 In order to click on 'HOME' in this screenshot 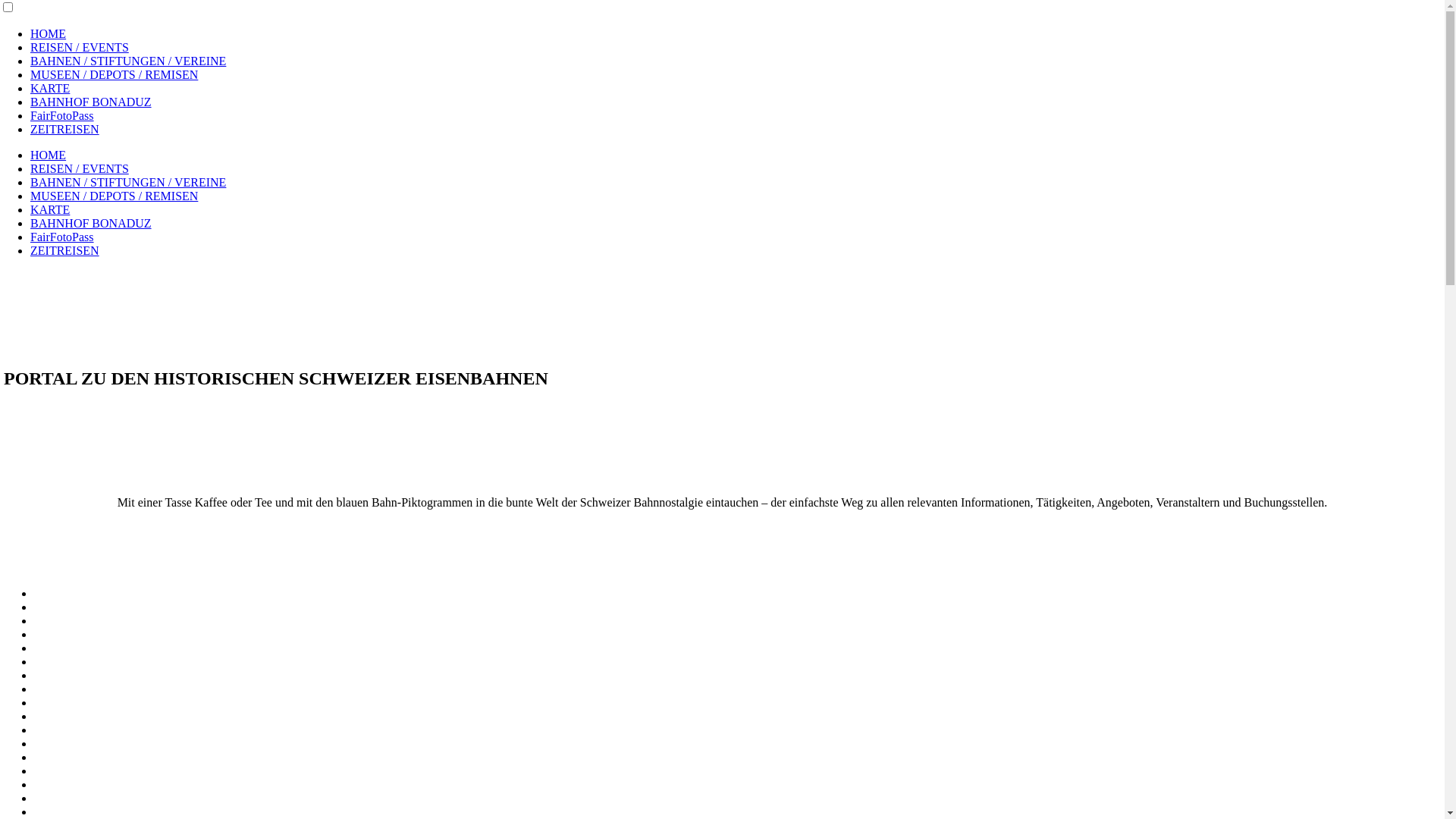, I will do `click(48, 33)`.